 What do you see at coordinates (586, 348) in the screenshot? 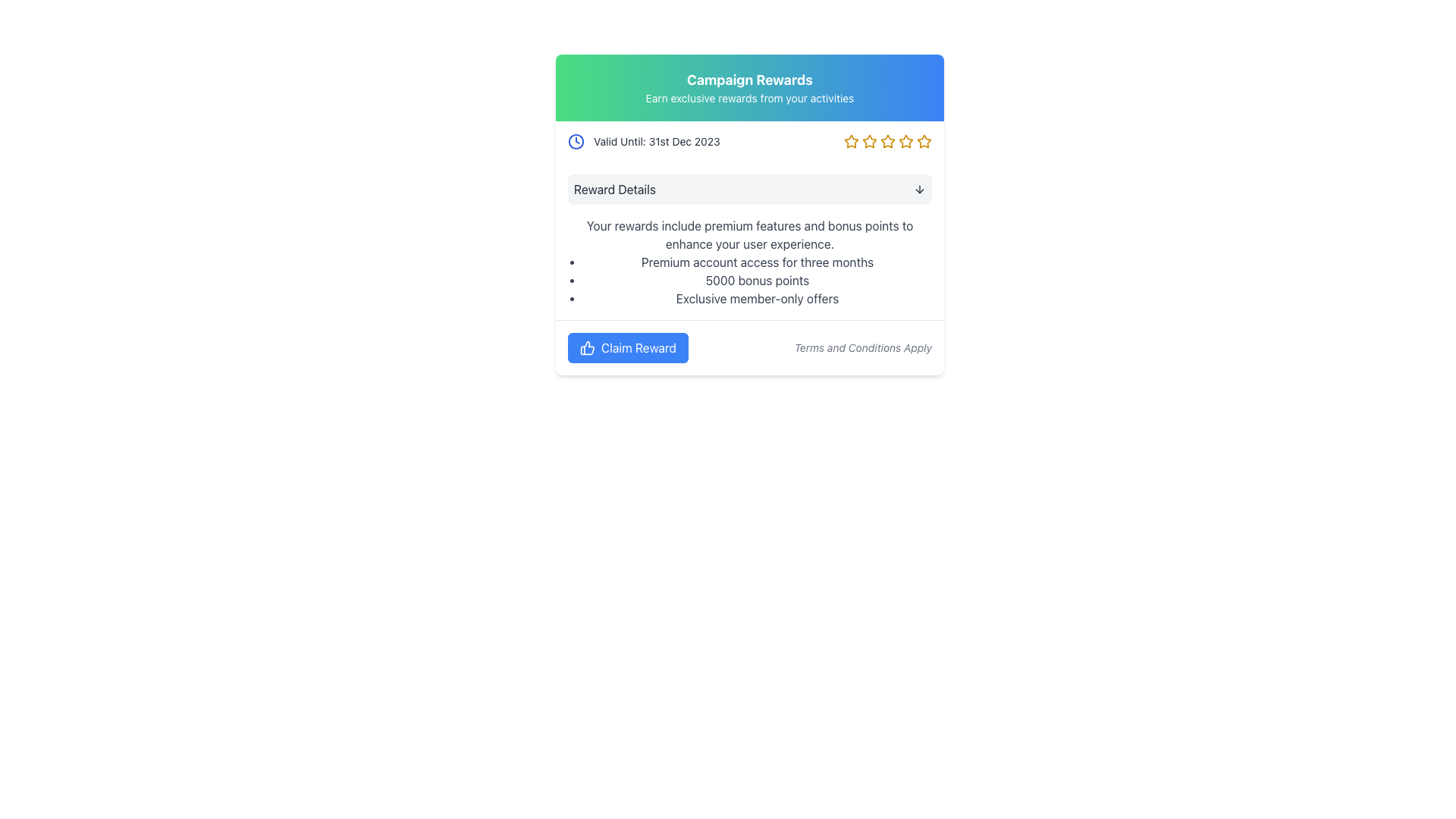
I see `the thumbs-up icon within the blue 'Claim Reward' button located at the bottom of the content card` at bounding box center [586, 348].